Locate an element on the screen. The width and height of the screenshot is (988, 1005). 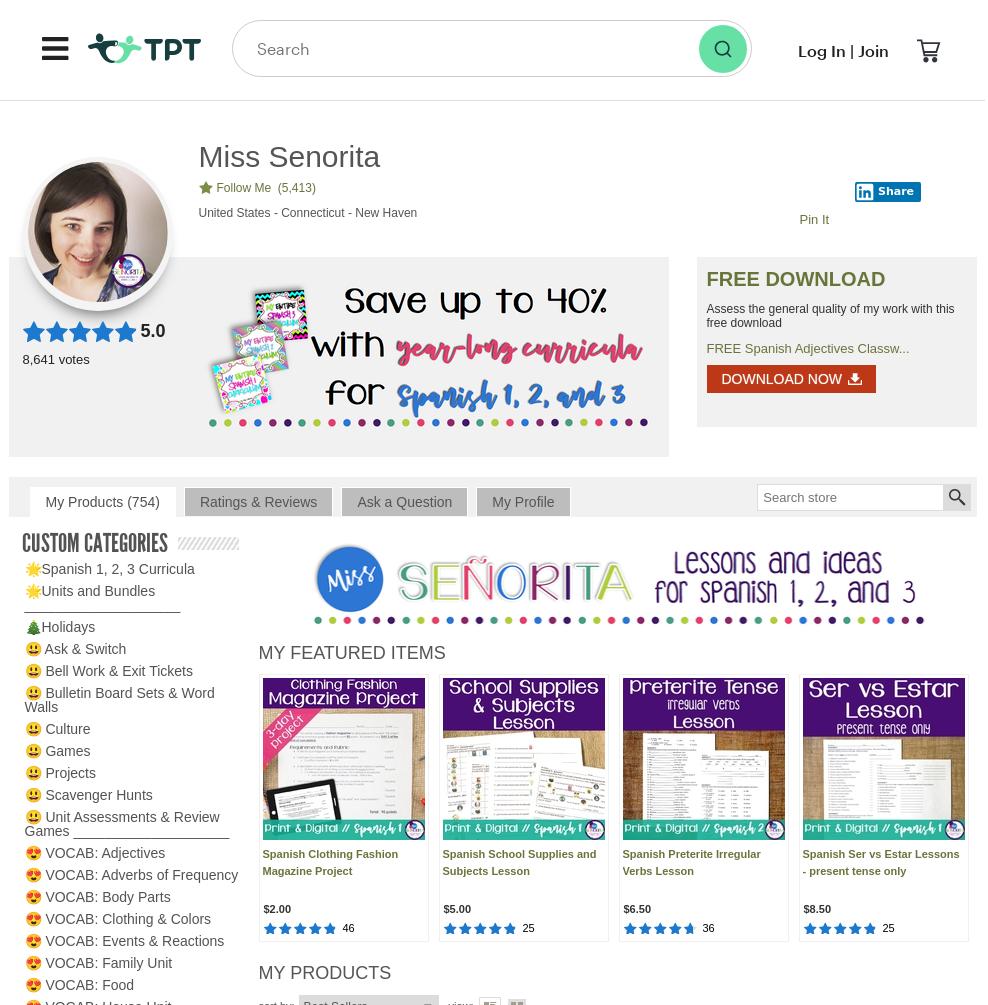
'$5.00' is located at coordinates (443, 908).